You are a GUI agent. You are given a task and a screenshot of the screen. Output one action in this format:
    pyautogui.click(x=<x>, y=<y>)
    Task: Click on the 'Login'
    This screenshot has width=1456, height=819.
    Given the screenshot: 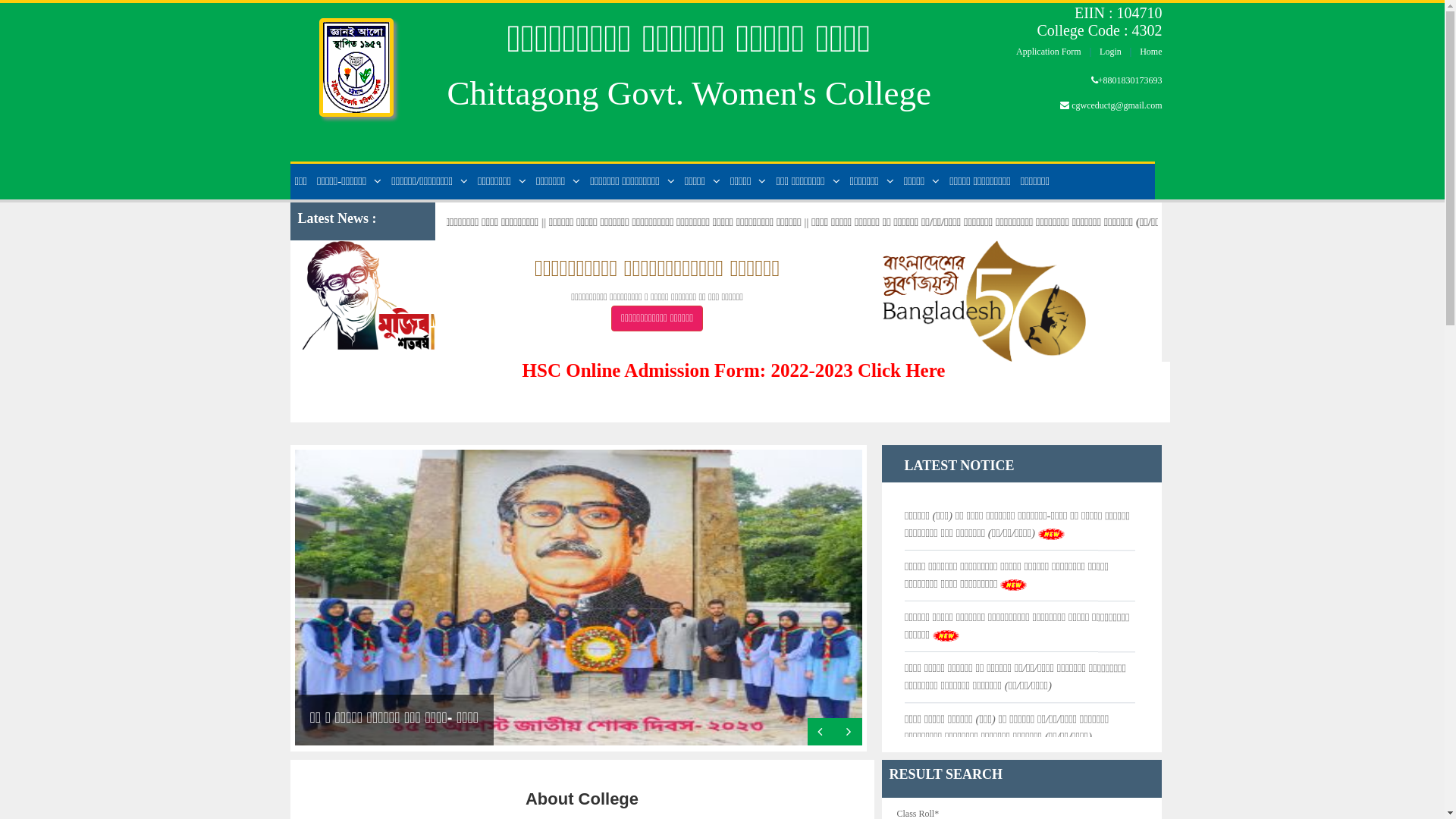 What is the action you would take?
    pyautogui.click(x=1099, y=51)
    